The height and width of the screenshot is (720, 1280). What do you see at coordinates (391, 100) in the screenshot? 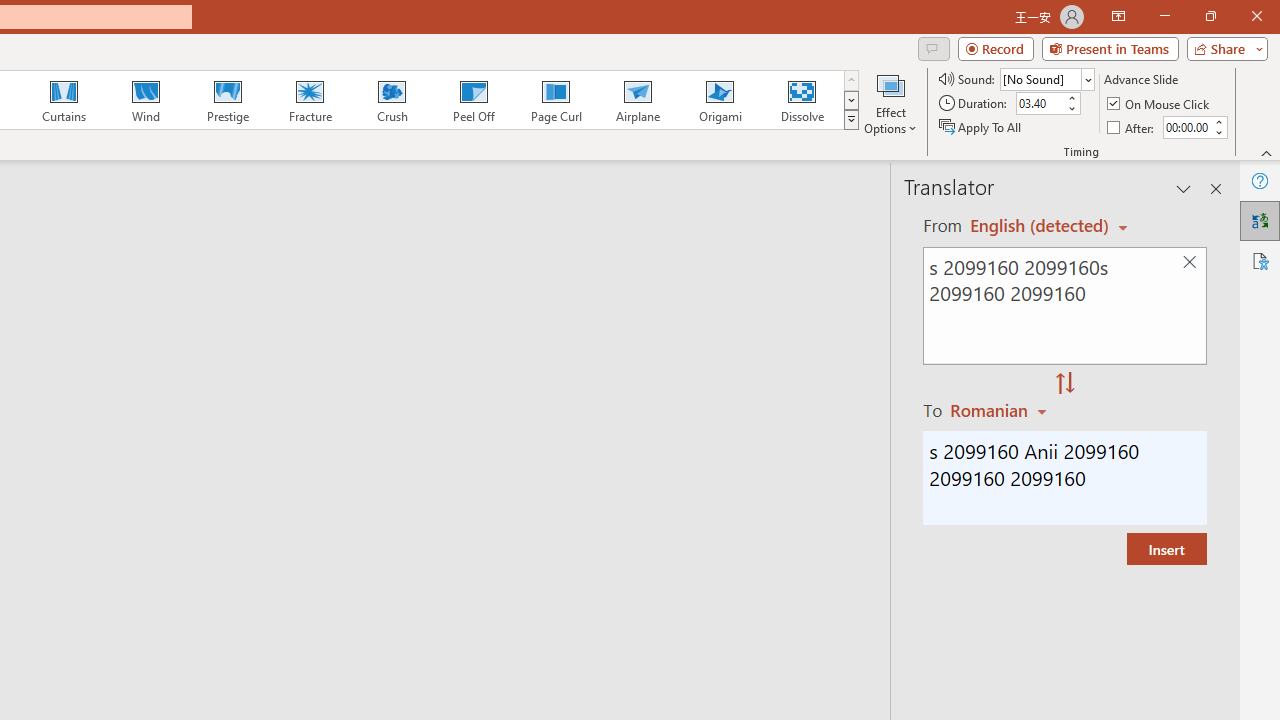
I see `'Crush'` at bounding box center [391, 100].